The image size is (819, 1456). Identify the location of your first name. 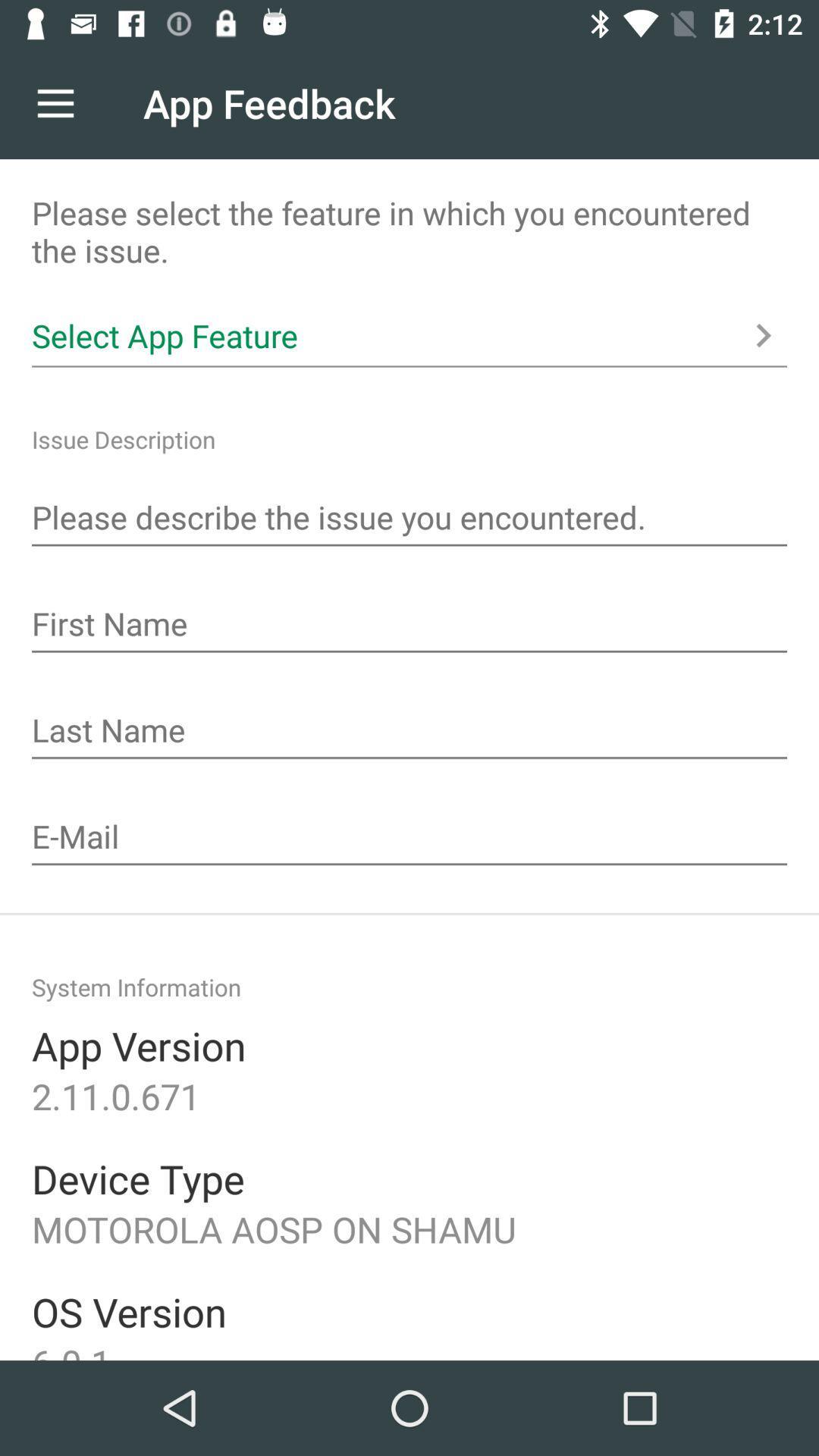
(409, 626).